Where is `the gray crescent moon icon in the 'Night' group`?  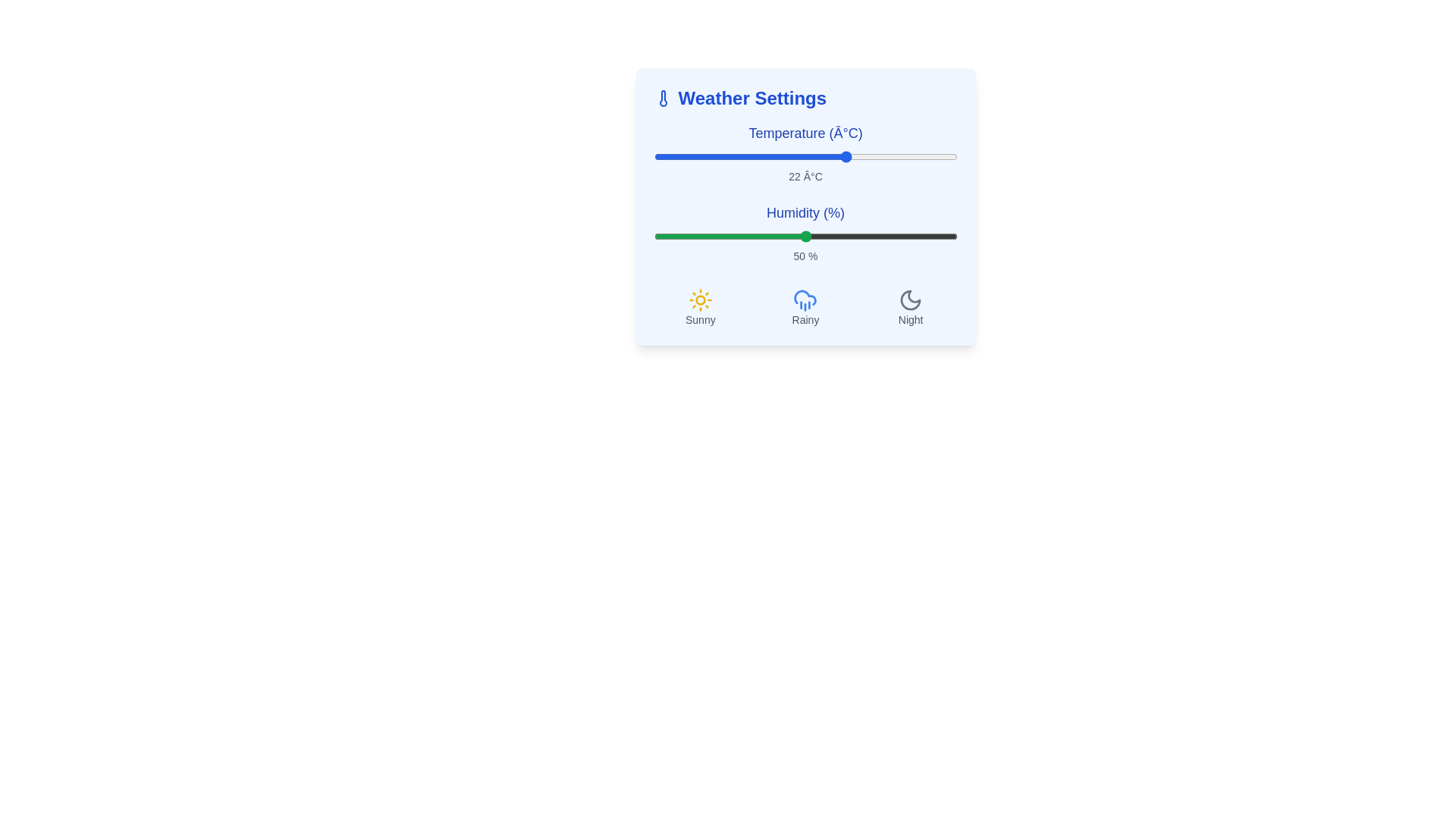
the gray crescent moon icon in the 'Night' group is located at coordinates (910, 300).